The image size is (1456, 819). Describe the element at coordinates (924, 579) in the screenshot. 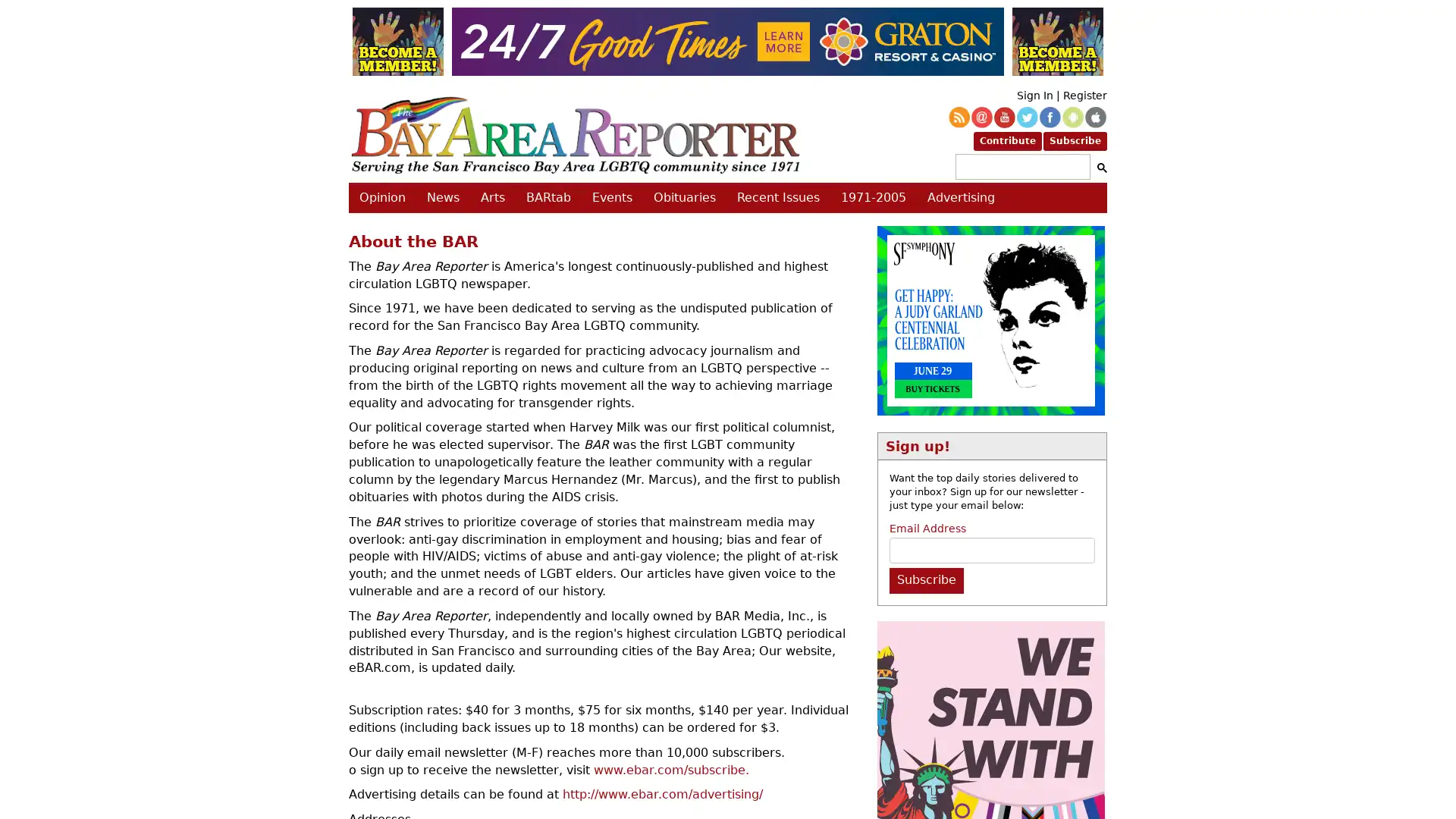

I see `Subscribe` at that location.